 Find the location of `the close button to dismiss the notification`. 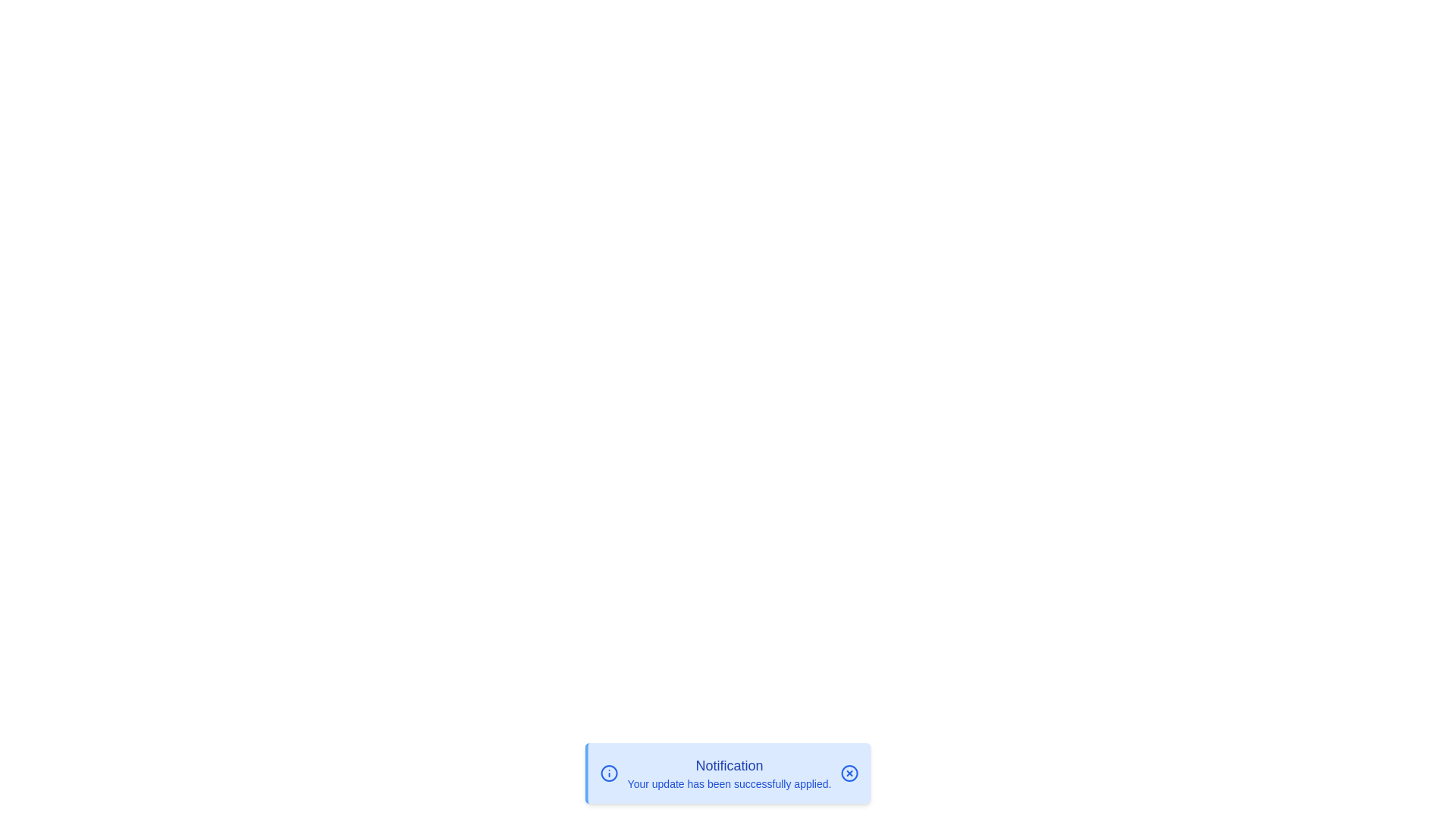

the close button to dismiss the notification is located at coordinates (849, 773).